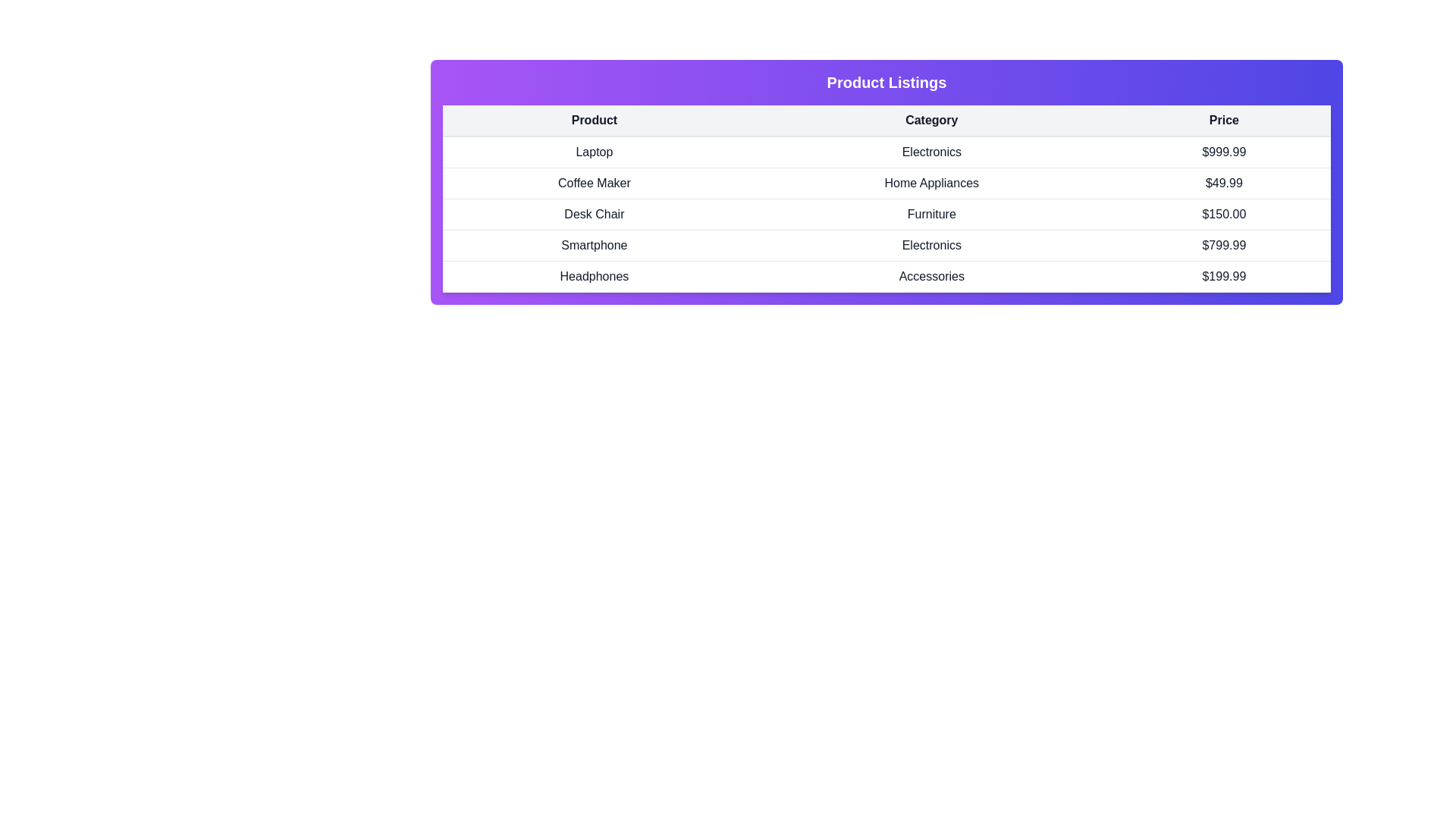 The image size is (1456, 819). Describe the element at coordinates (930, 152) in the screenshot. I see `text content of the 'Electronics' label in the 'Category' column of the first row of the table` at that location.